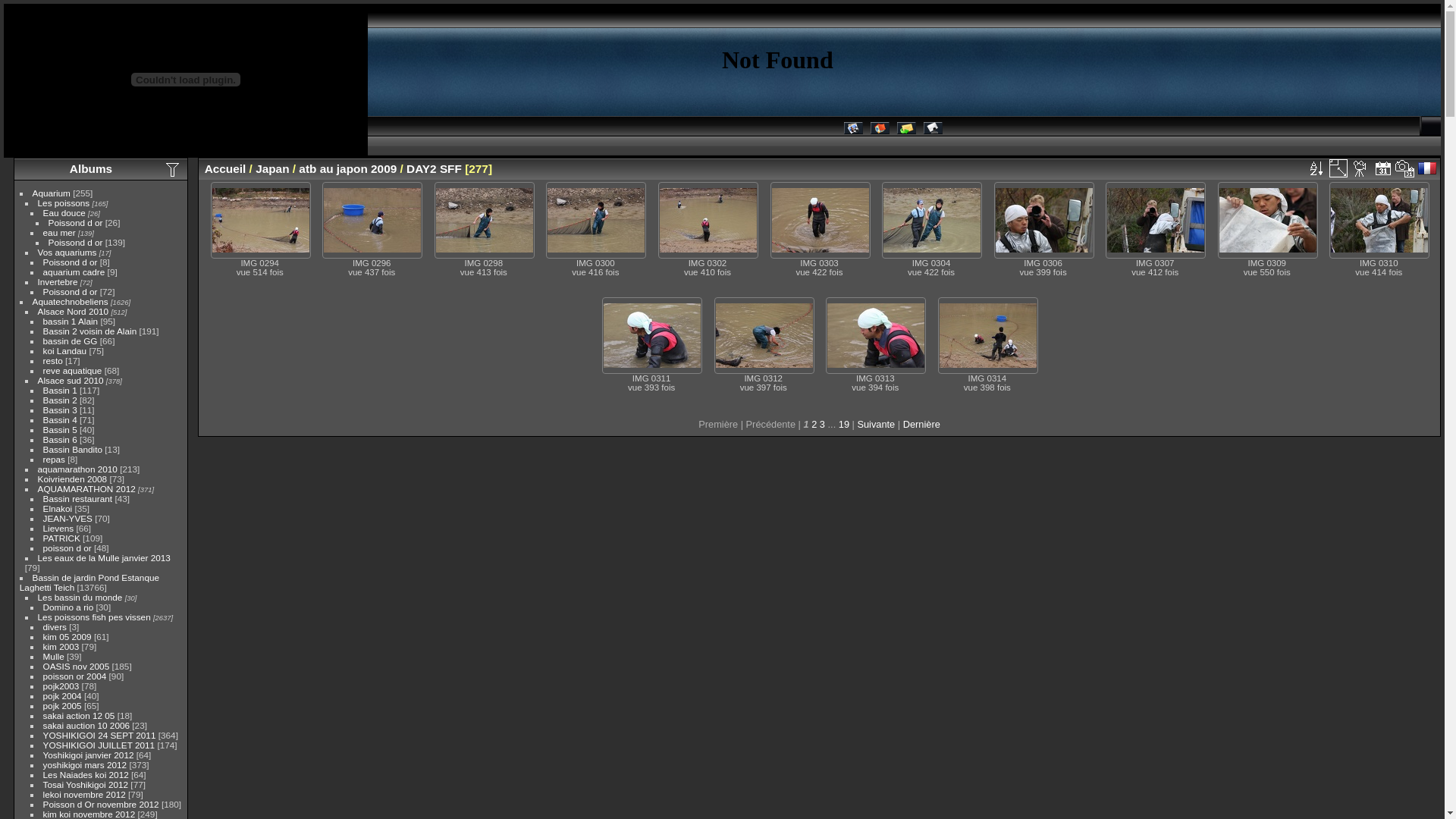 This screenshot has width=1456, height=819. What do you see at coordinates (83, 793) in the screenshot?
I see `'lekoi novembre 2012'` at bounding box center [83, 793].